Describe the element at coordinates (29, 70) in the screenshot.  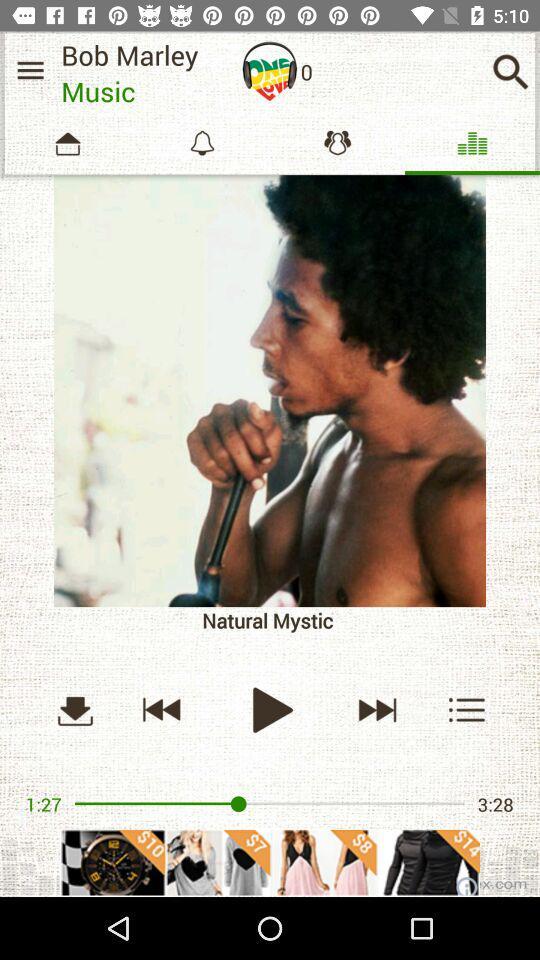
I see `menu paga` at that location.